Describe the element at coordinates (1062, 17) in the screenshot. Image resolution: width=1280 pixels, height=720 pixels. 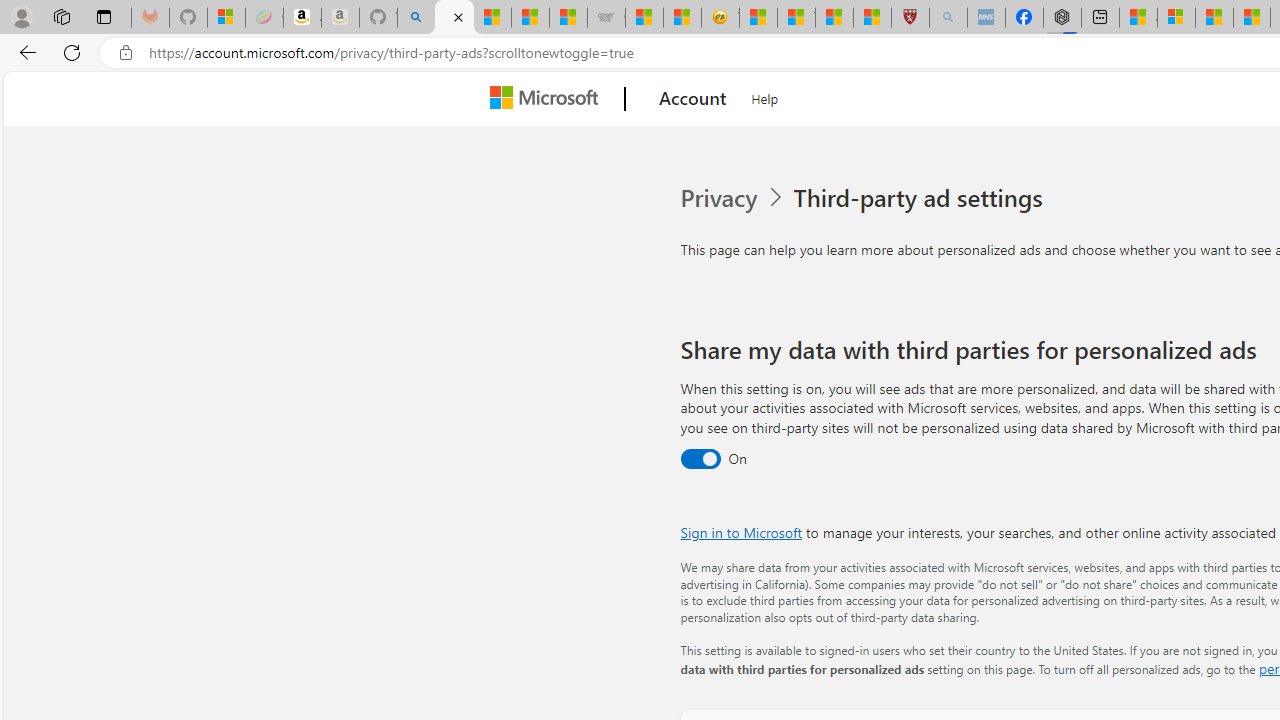
I see `'Nordace - Nordace Siena Is Not An Ordinary Backpack'` at that location.